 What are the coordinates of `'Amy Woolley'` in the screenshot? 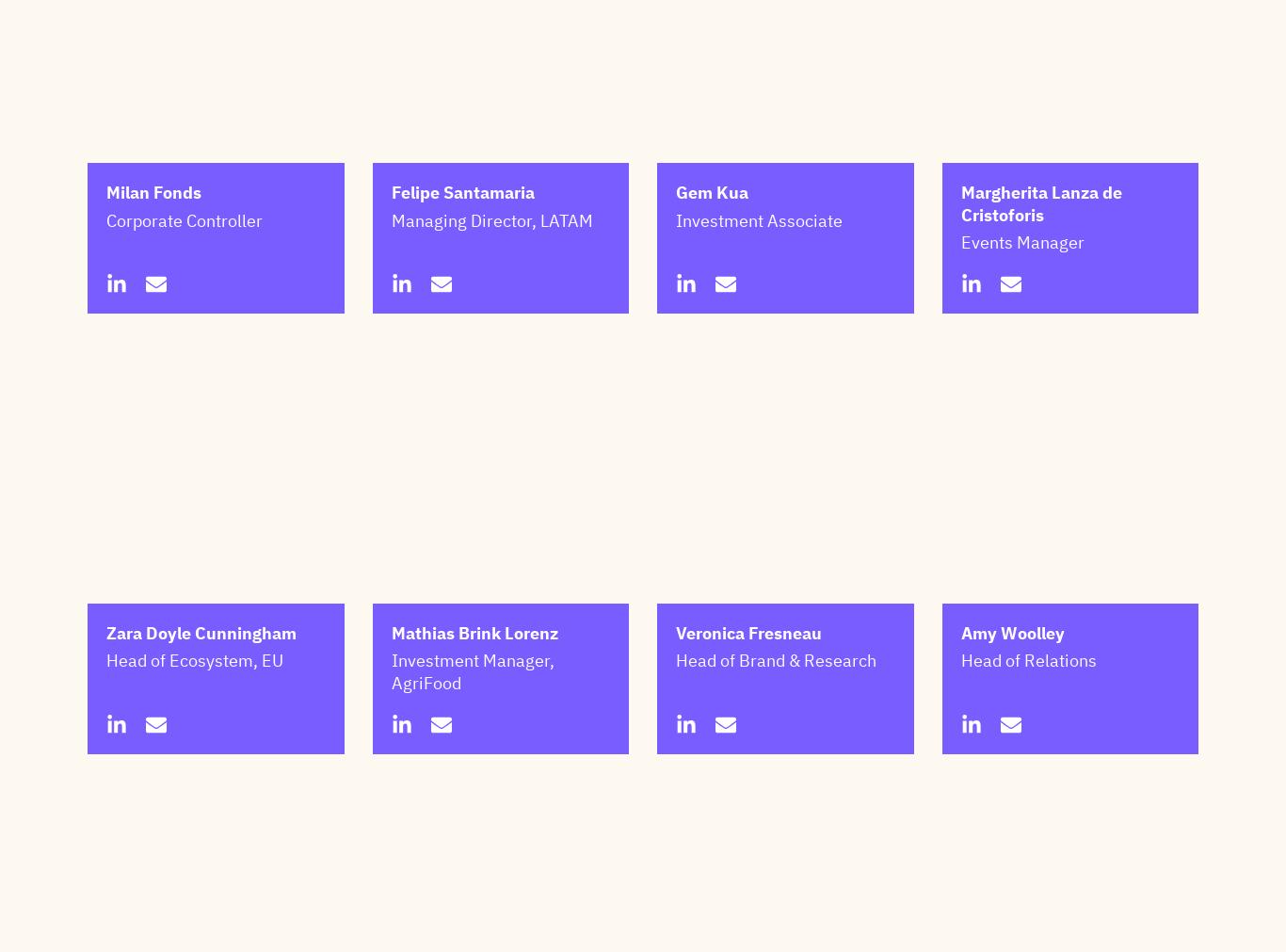 It's located at (1011, 725).